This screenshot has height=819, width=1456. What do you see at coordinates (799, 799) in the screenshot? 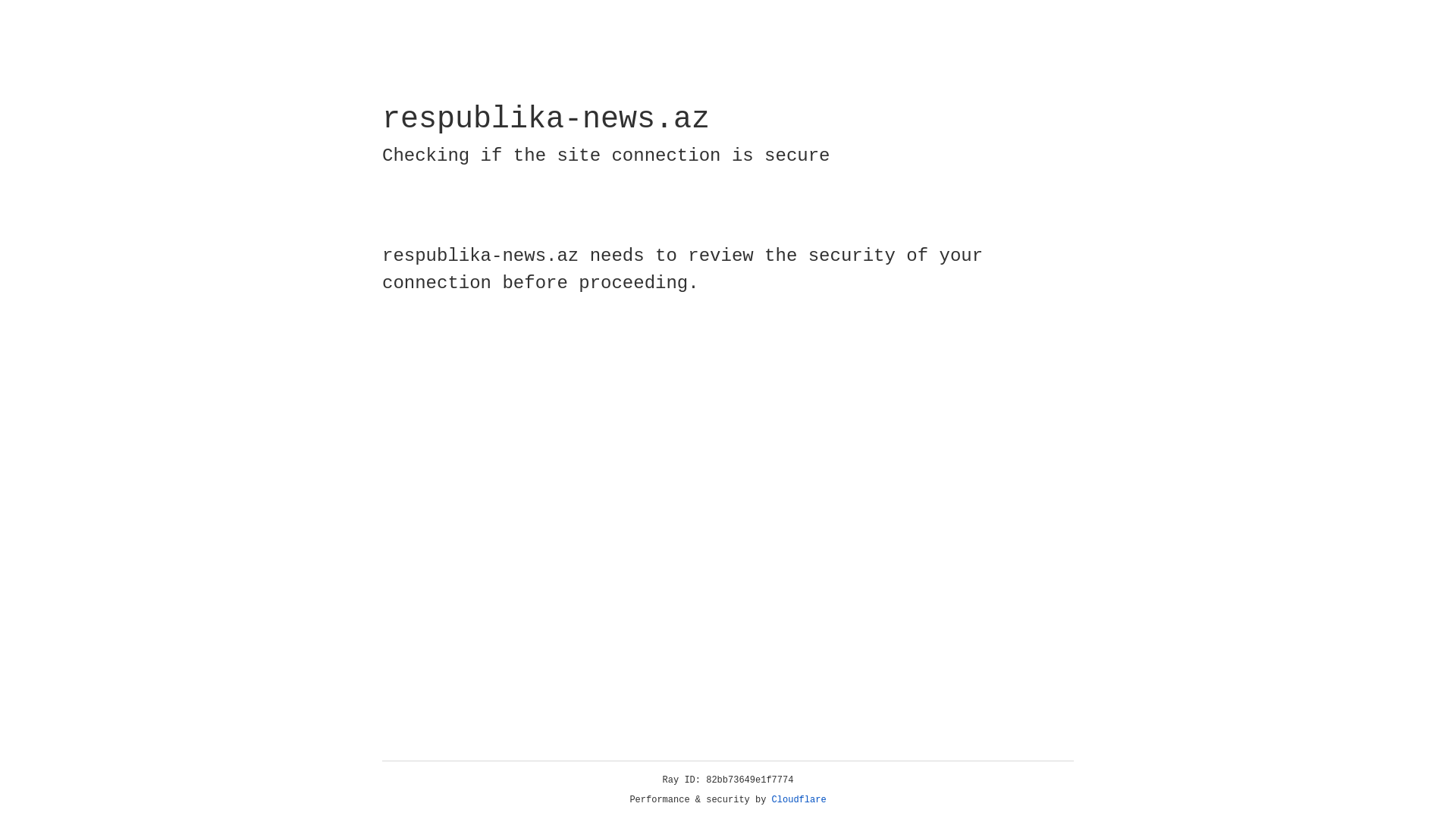
I see `'Cloudflare'` at bounding box center [799, 799].